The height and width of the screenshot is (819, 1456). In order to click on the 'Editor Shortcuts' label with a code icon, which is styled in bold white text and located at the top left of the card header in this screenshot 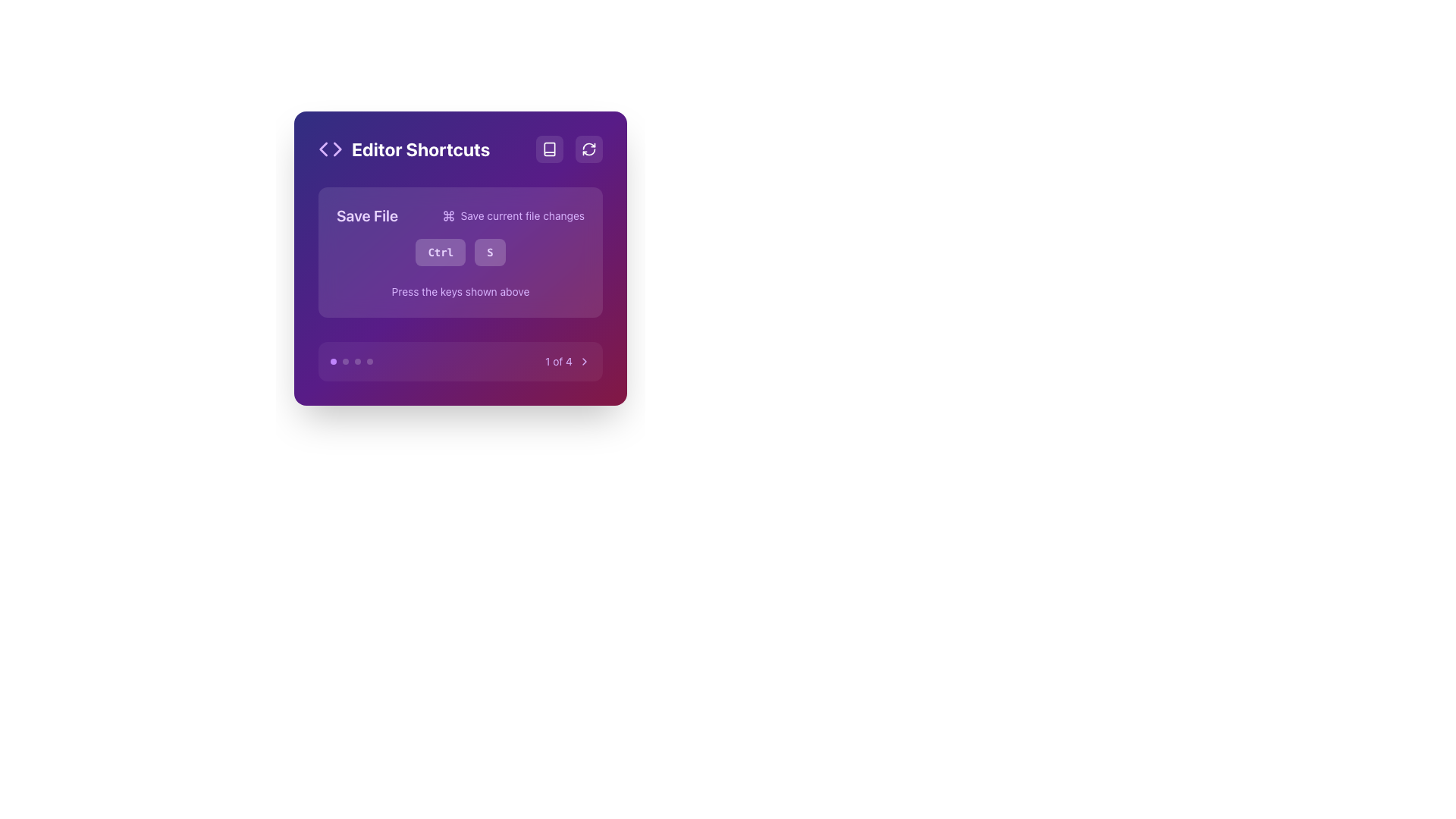, I will do `click(404, 149)`.